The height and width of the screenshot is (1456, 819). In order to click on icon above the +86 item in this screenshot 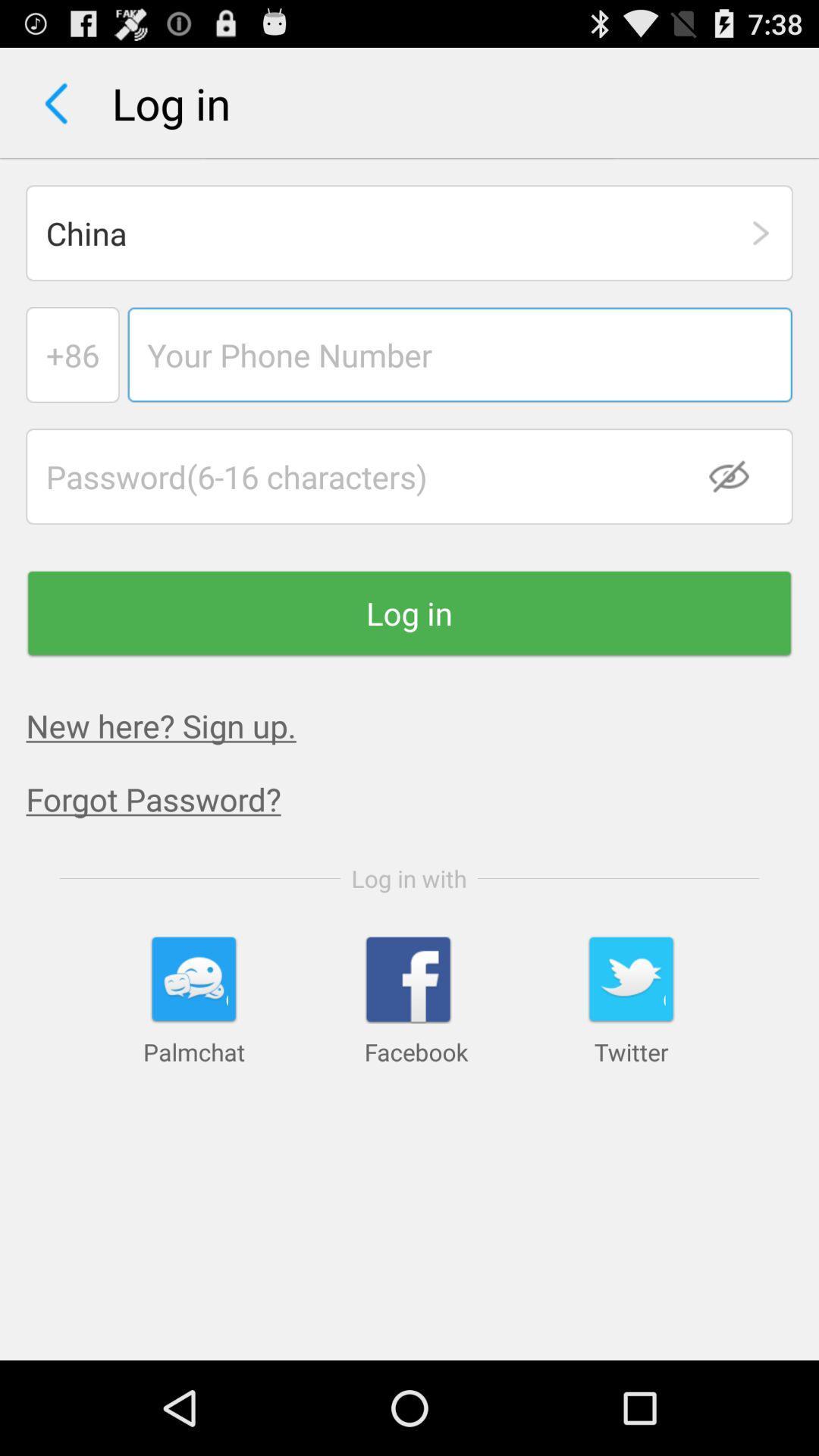, I will do `click(409, 232)`.